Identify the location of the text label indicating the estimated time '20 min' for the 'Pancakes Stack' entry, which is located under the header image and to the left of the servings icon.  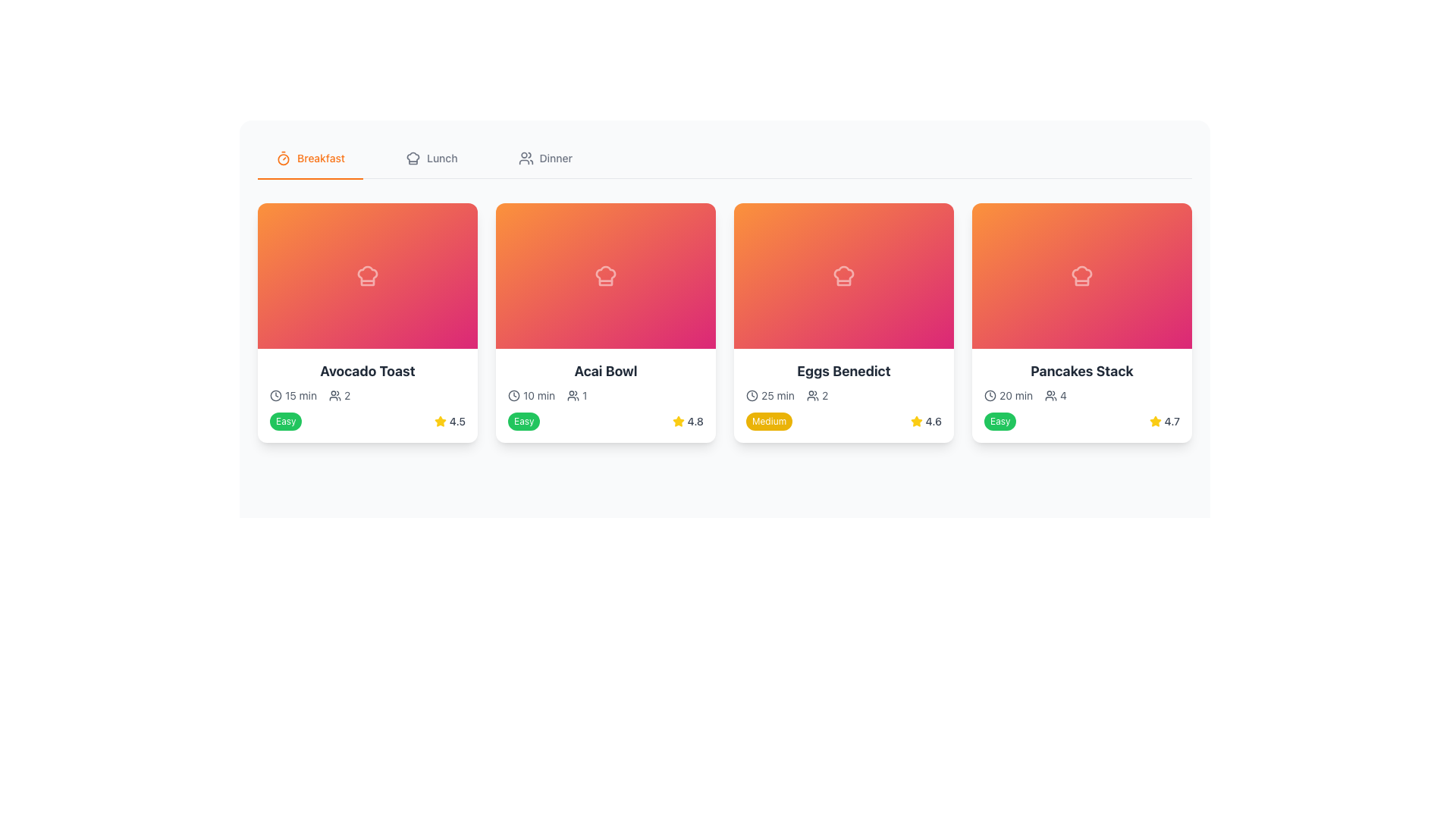
(1015, 394).